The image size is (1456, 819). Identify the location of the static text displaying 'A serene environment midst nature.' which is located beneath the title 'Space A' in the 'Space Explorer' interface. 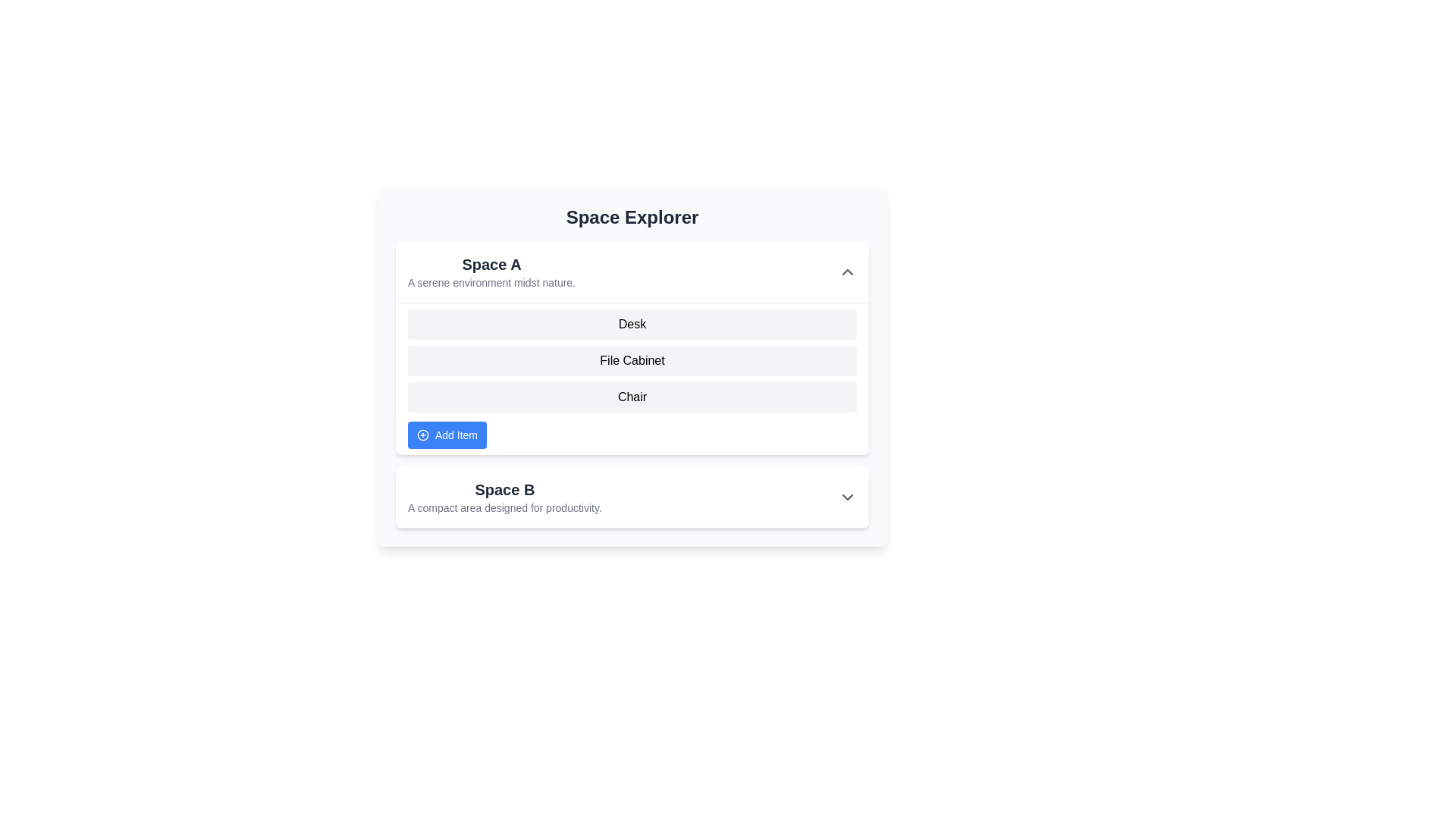
(491, 283).